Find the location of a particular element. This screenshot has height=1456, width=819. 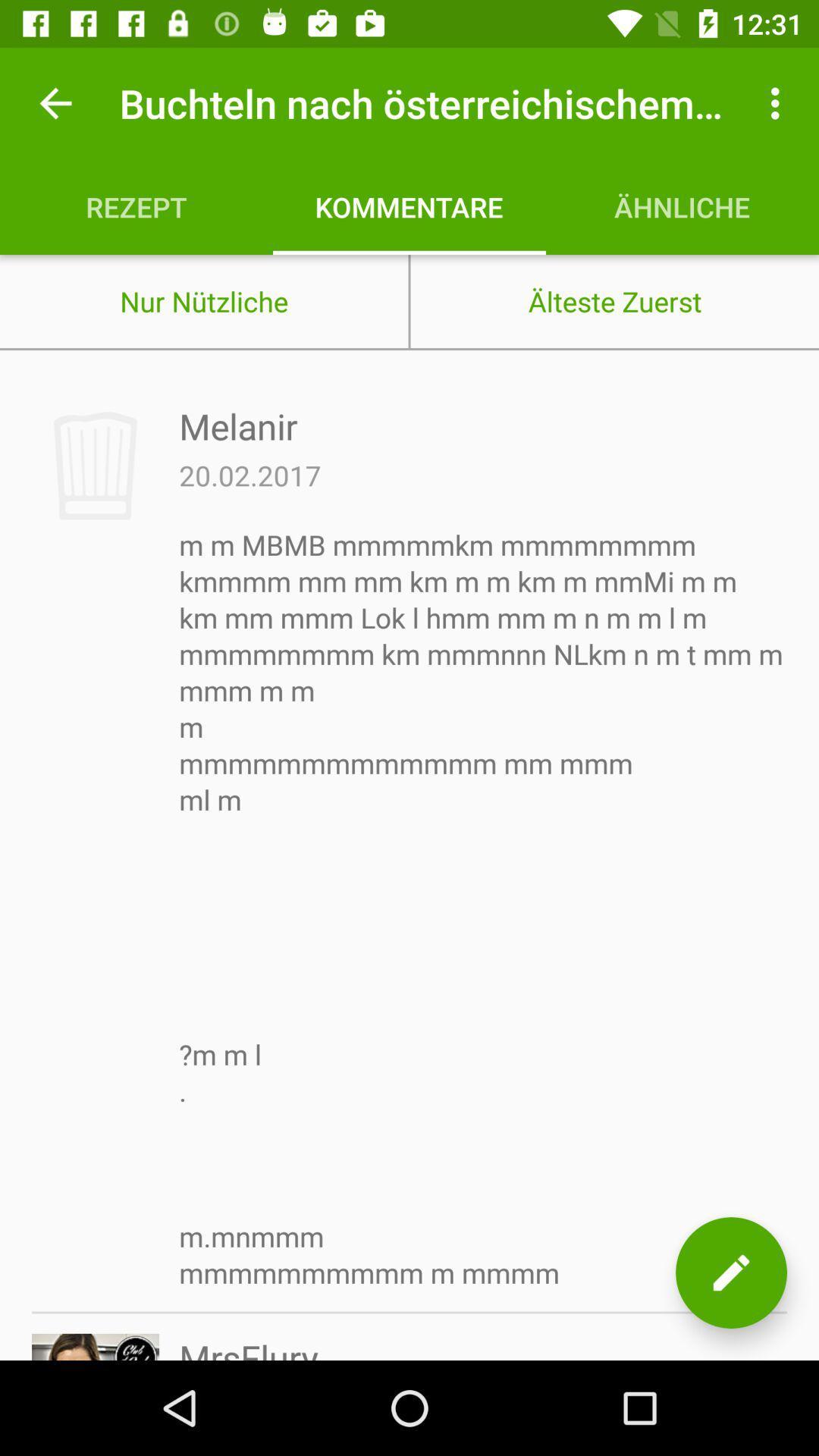

the m m mbmb is located at coordinates (483, 908).